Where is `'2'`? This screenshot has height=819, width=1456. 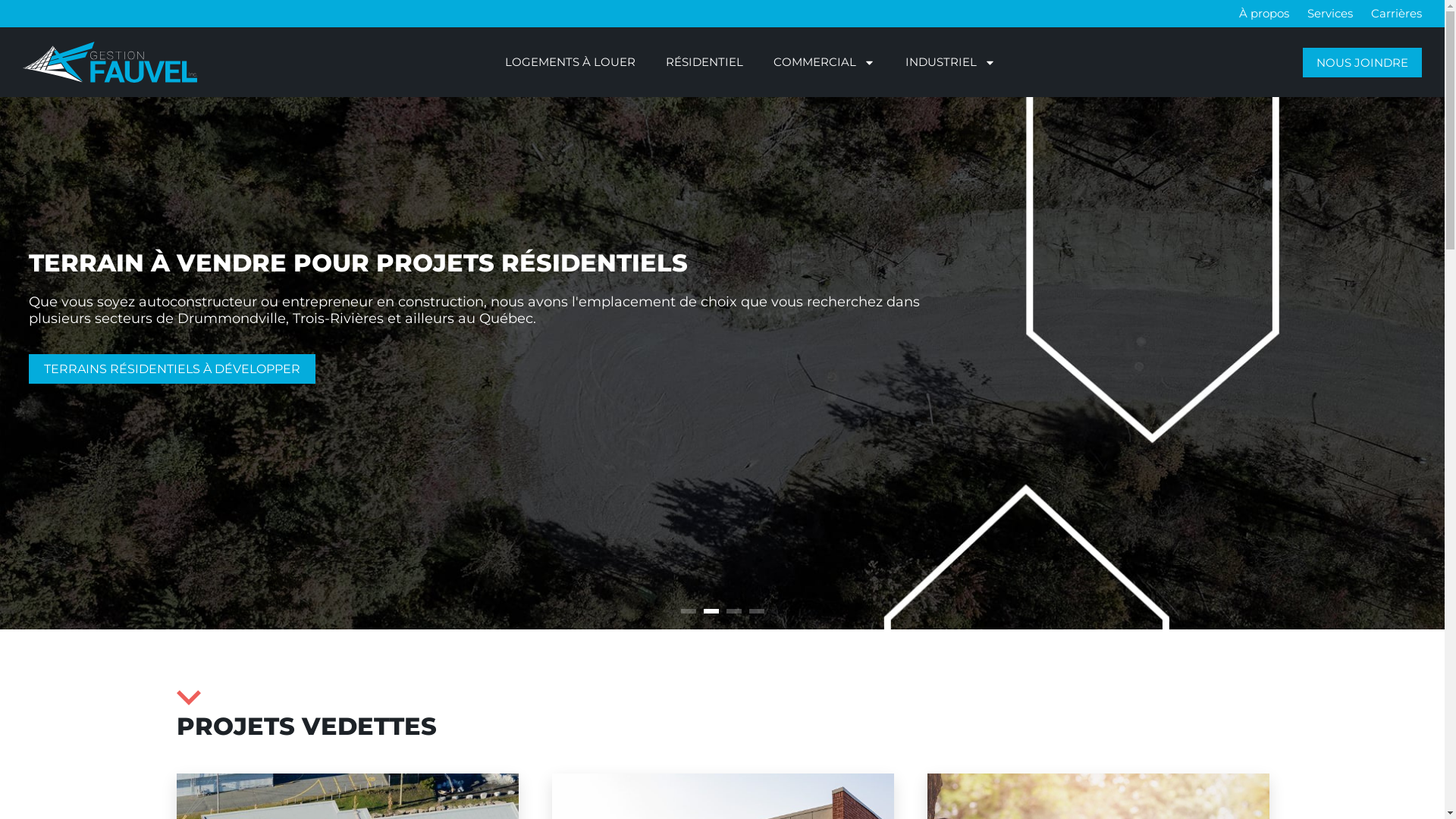
'2' is located at coordinates (710, 610).